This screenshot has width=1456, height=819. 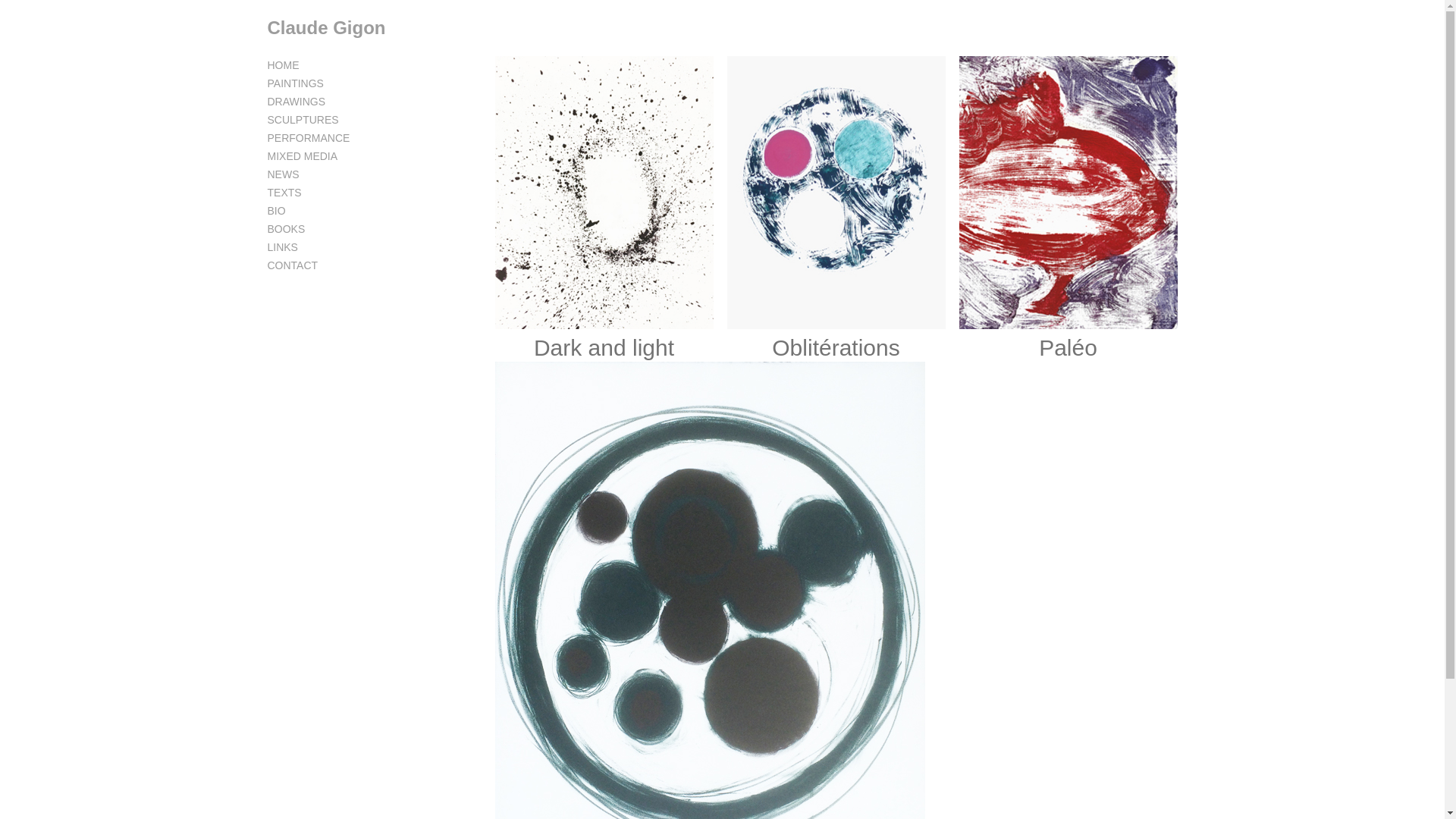 I want to click on 'PERFORMANCE', so click(x=266, y=137).